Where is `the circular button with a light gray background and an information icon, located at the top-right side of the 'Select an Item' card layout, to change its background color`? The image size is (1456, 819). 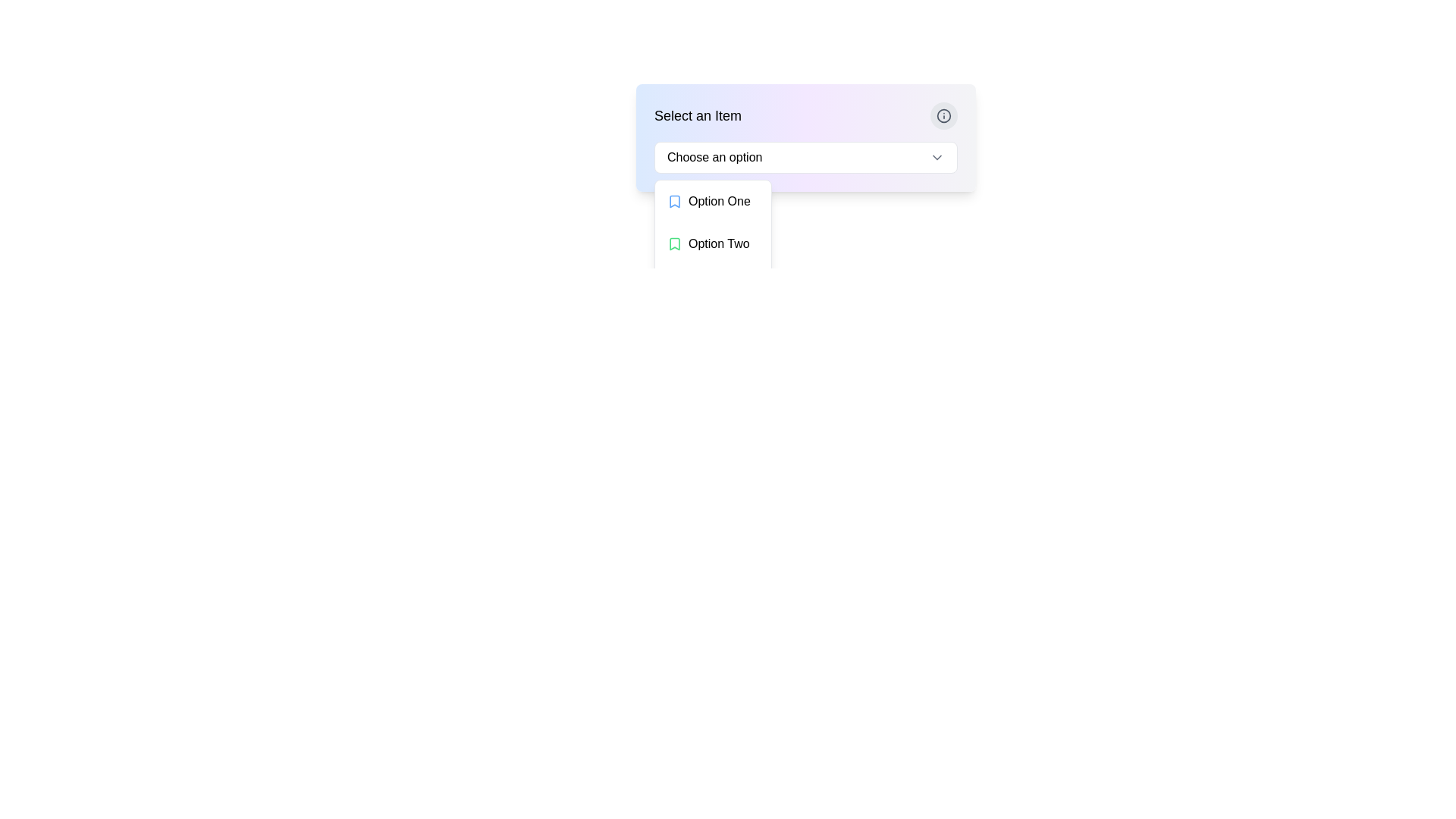
the circular button with a light gray background and an information icon, located at the top-right side of the 'Select an Item' card layout, to change its background color is located at coordinates (943, 115).